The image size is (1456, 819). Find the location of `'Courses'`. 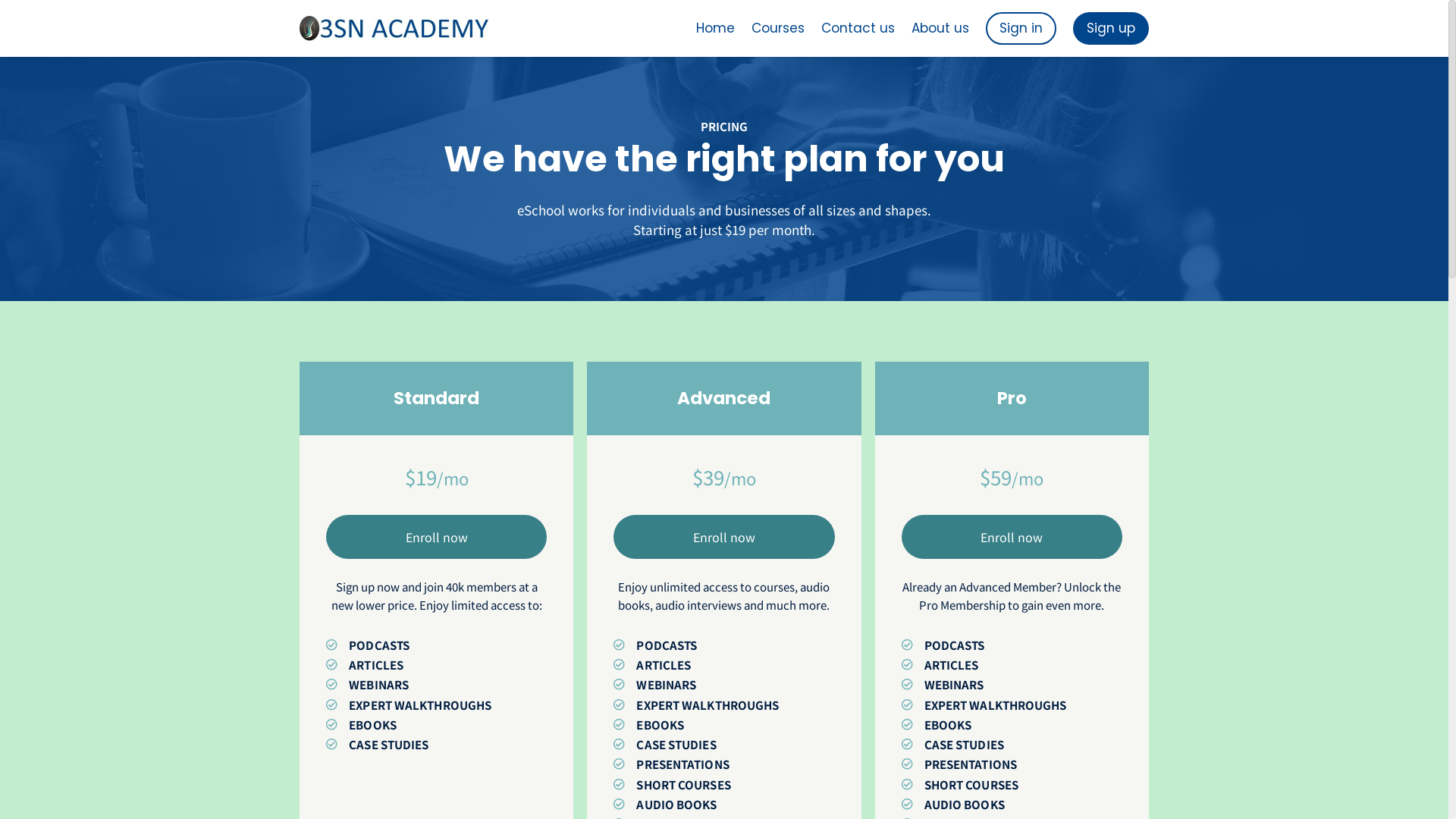

'Courses' is located at coordinates (778, 28).